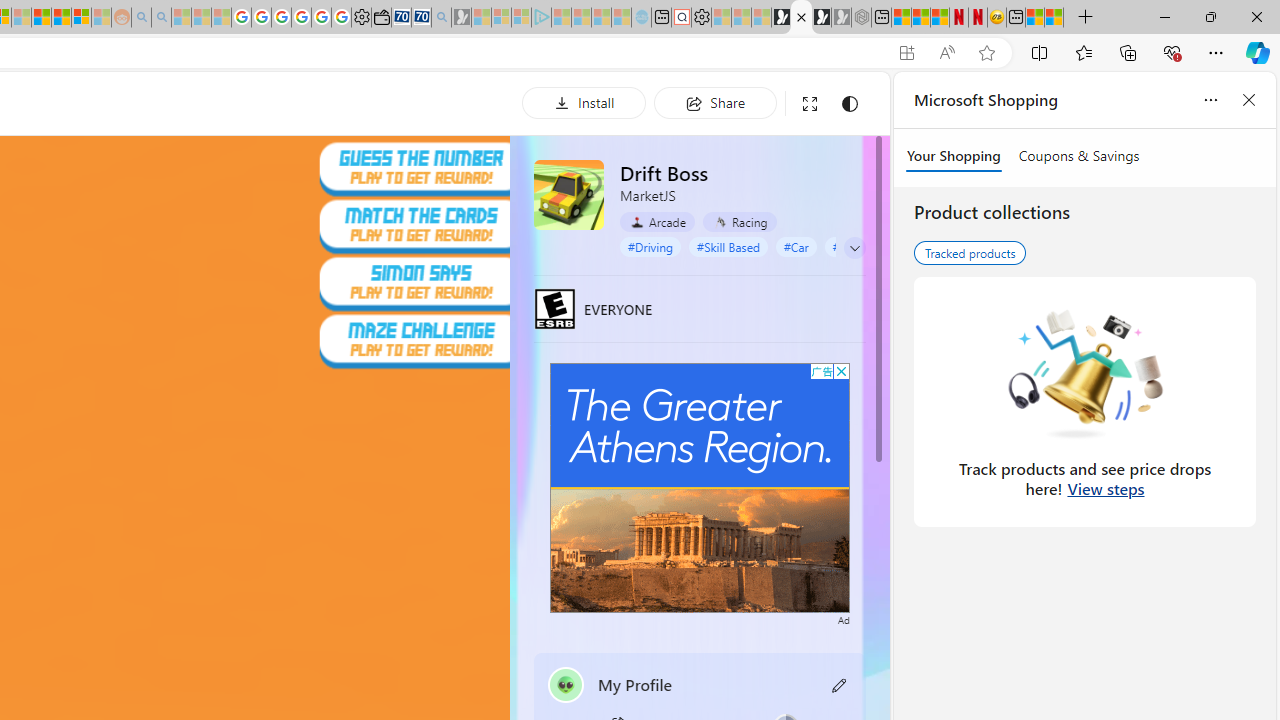 The image size is (1280, 720). I want to click on 'Play Free Online Games | Games from Microsoft Start', so click(780, 17).